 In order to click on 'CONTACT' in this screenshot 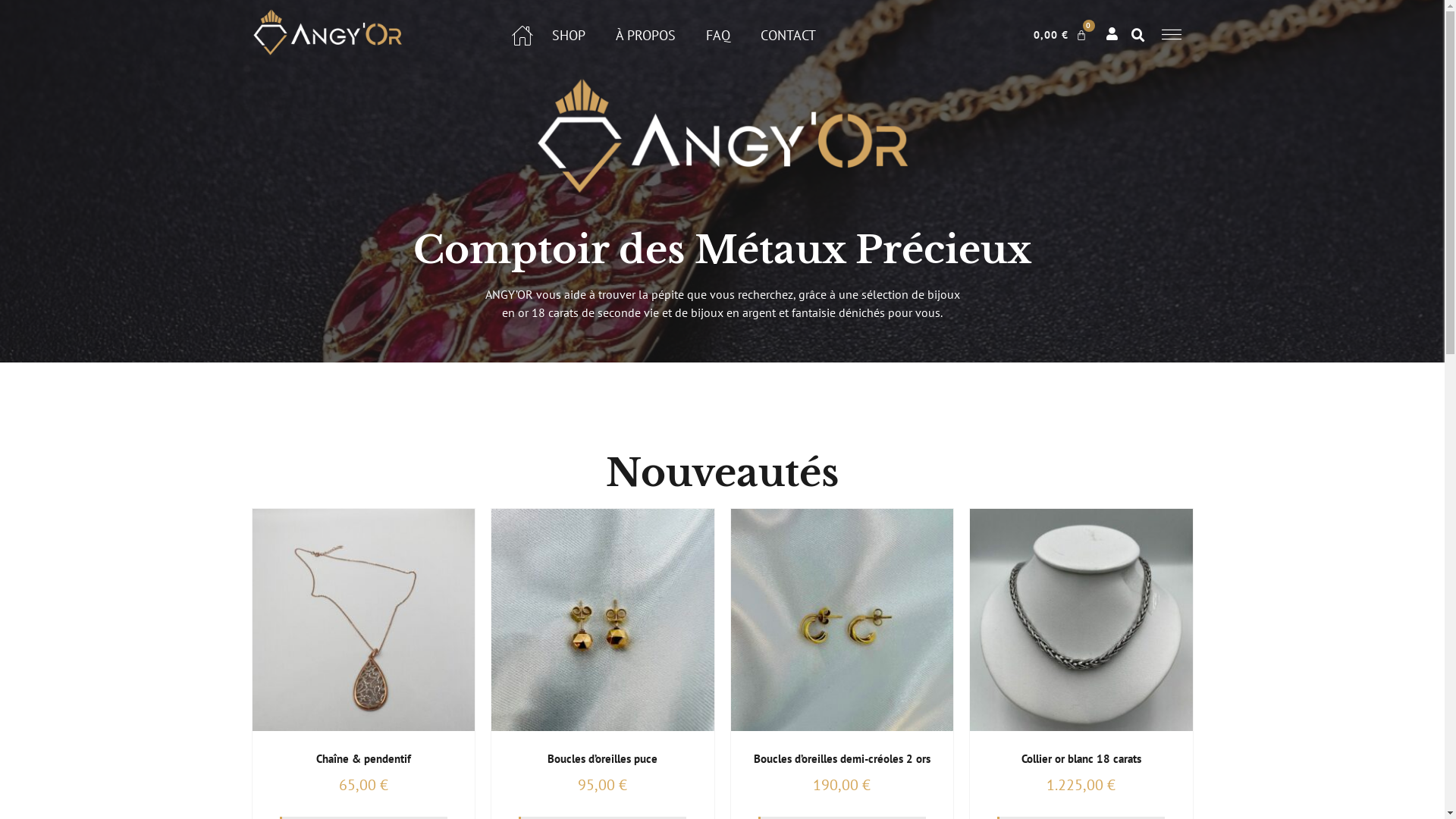, I will do `click(761, 34)`.